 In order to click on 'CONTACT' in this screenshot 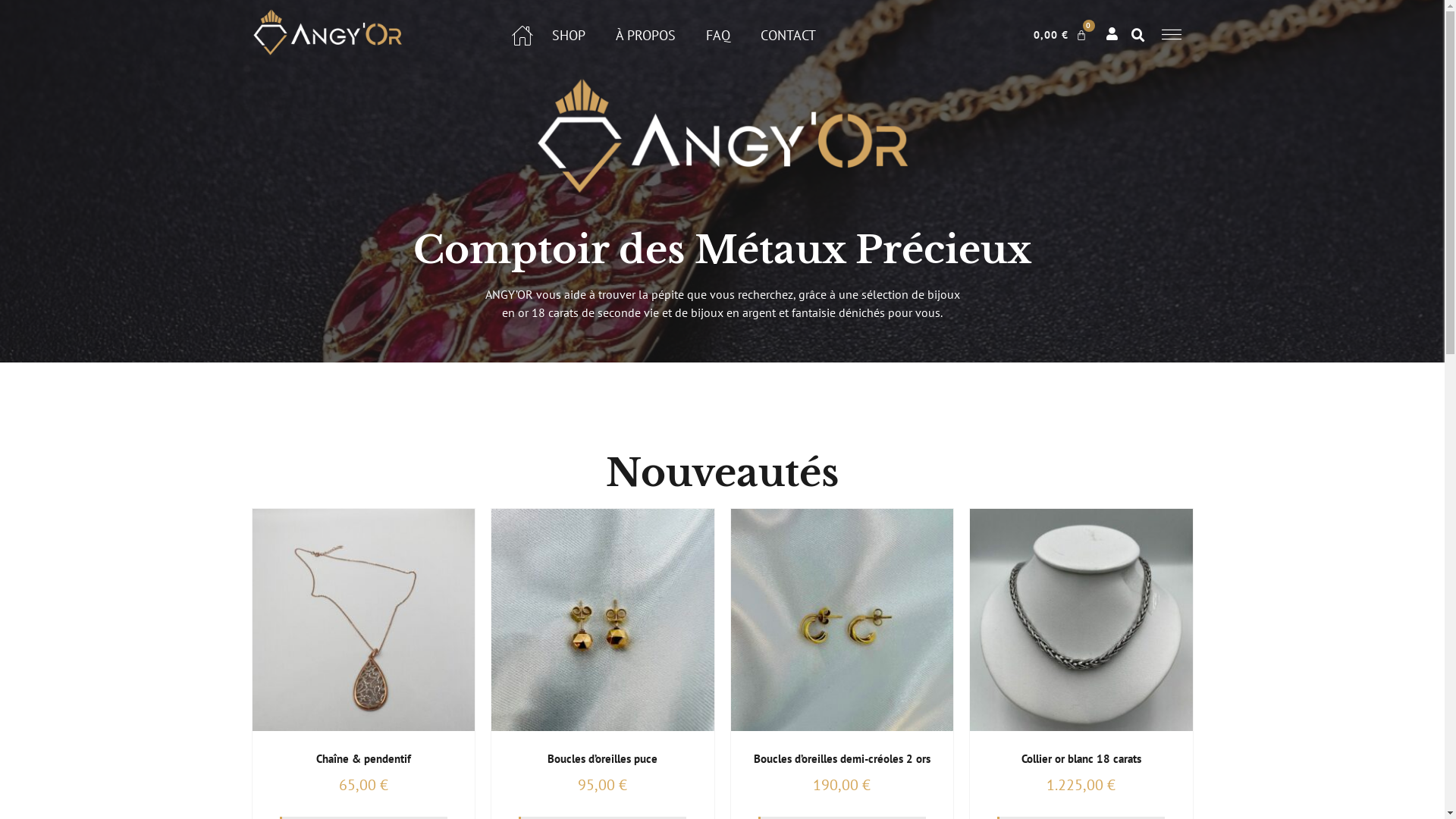, I will do `click(761, 34)`.